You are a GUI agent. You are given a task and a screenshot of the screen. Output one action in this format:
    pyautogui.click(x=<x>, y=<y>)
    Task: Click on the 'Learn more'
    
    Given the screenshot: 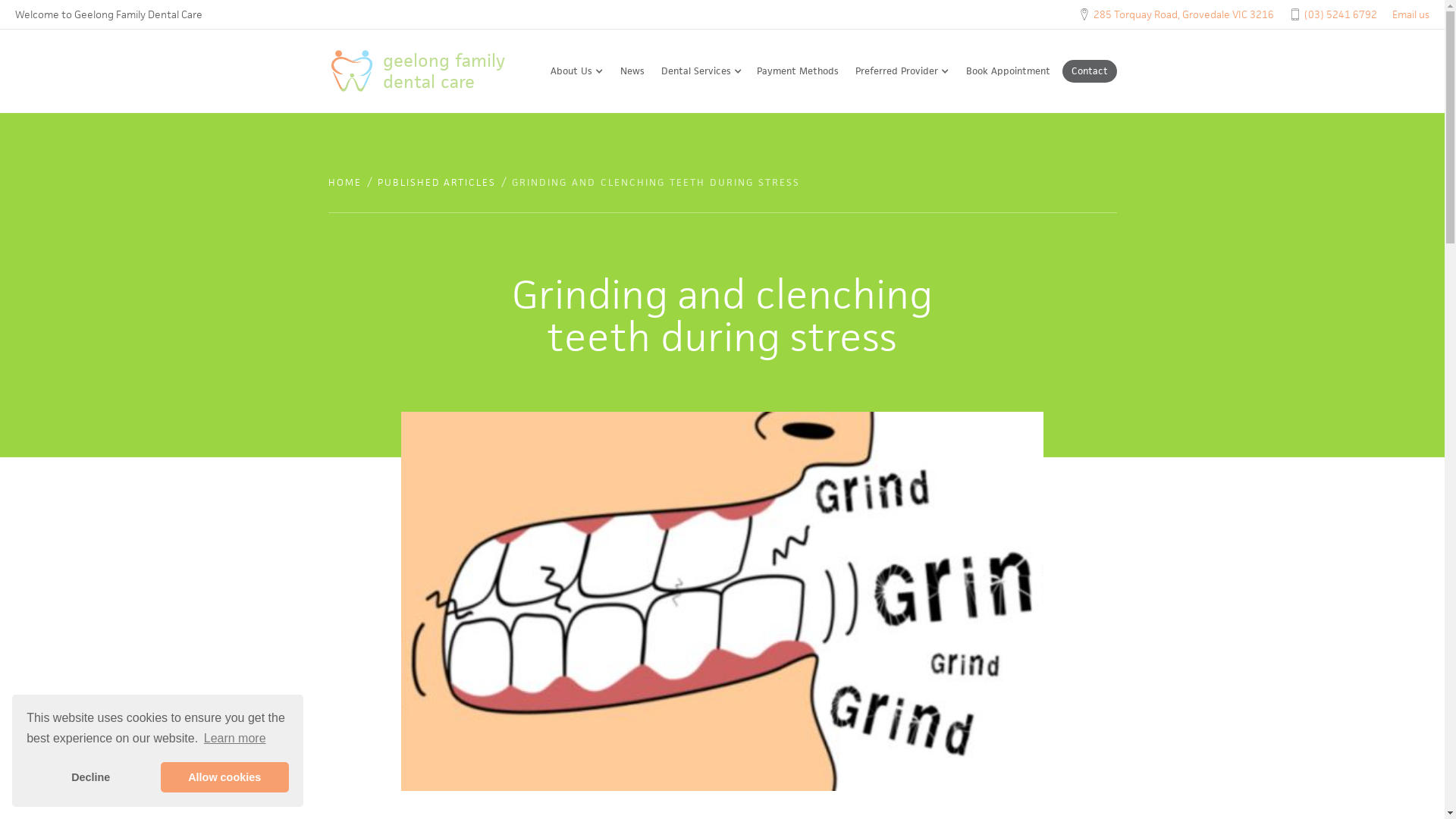 What is the action you would take?
    pyautogui.click(x=234, y=738)
    